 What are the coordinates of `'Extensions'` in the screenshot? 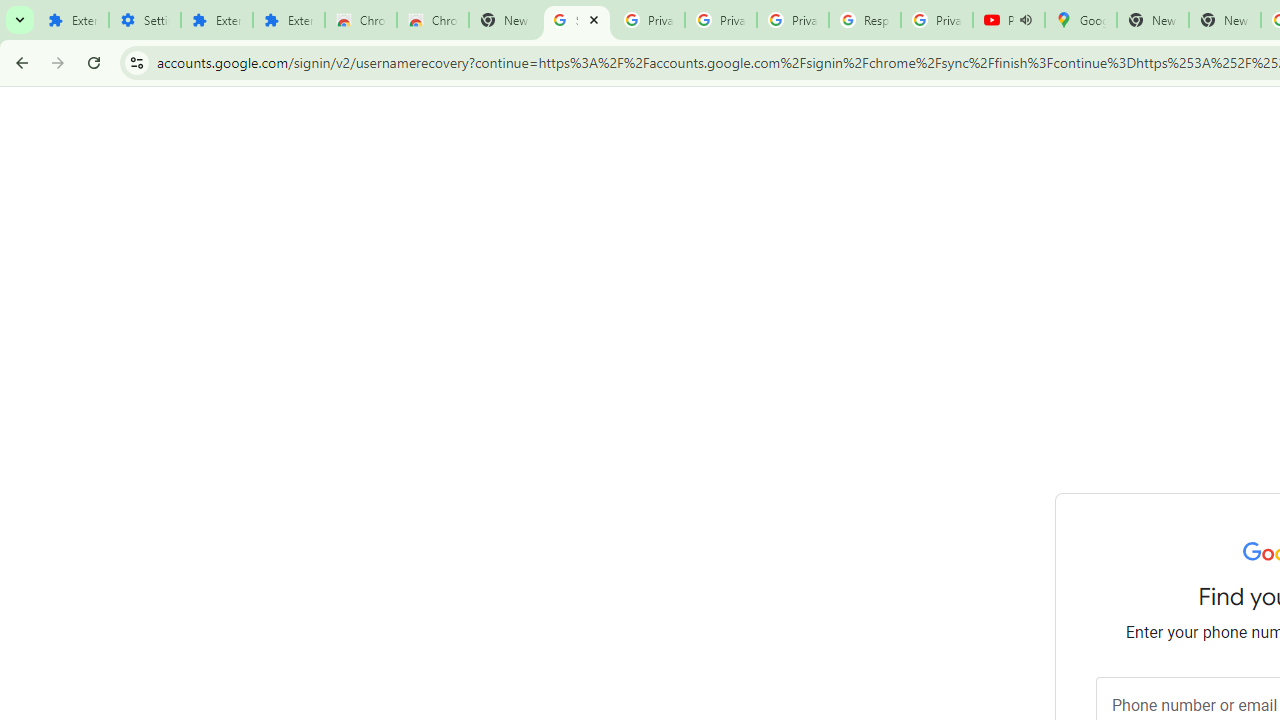 It's located at (288, 20).